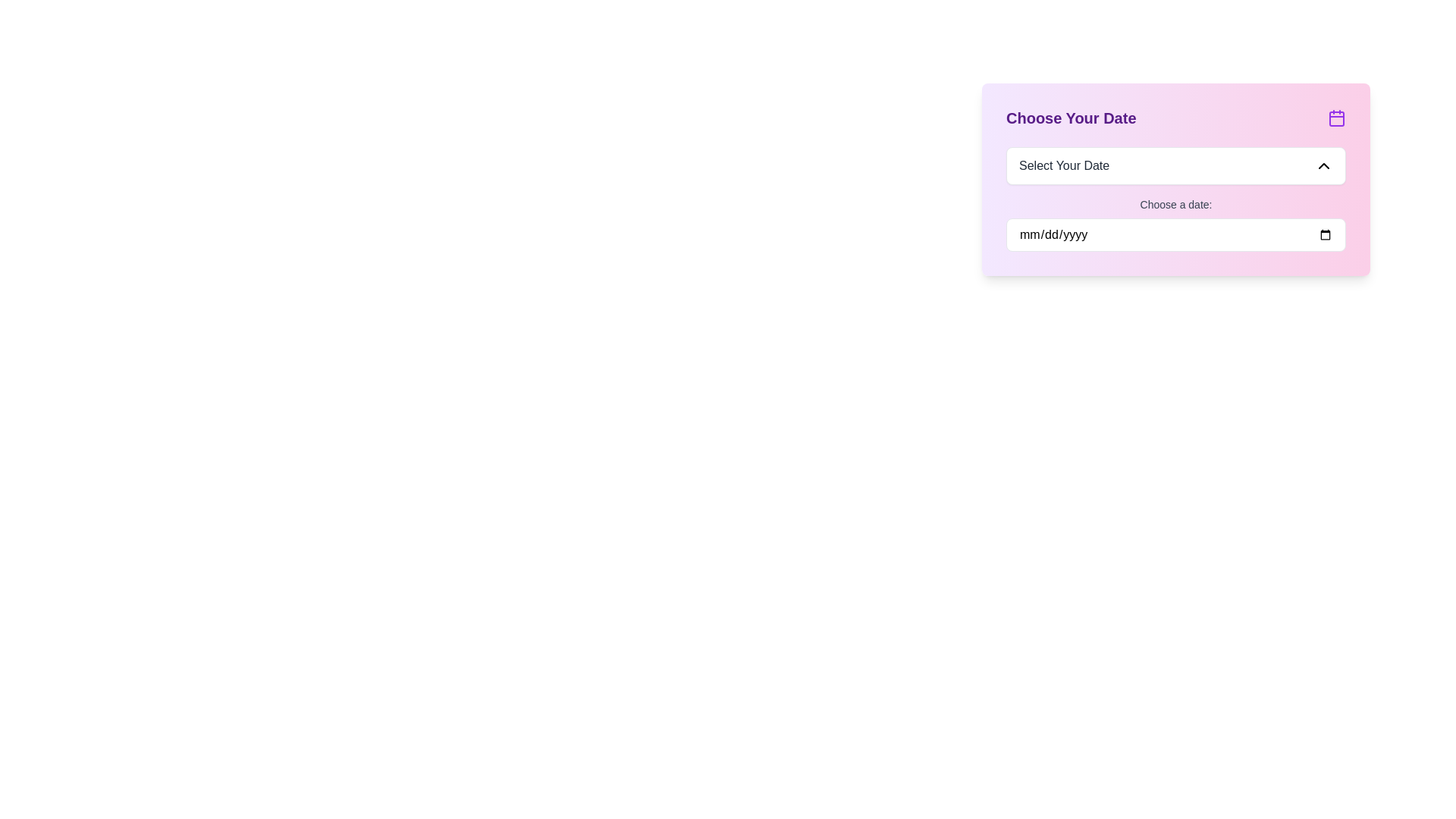  I want to click on the pink rounded rectangular background of the calendar icon located in the top-right corner of the card interface, so click(1336, 118).